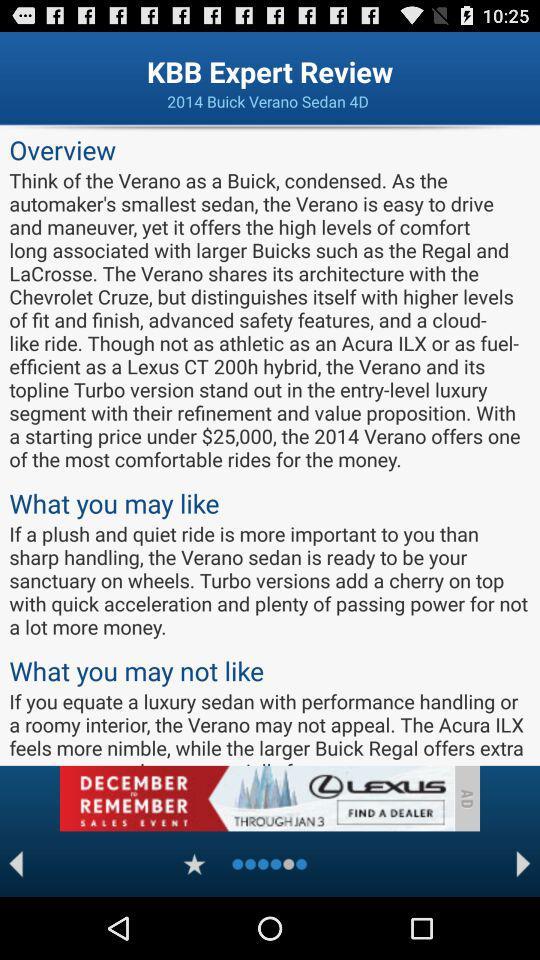 This screenshot has height=960, width=540. I want to click on the arrow_backward icon, so click(15, 924).